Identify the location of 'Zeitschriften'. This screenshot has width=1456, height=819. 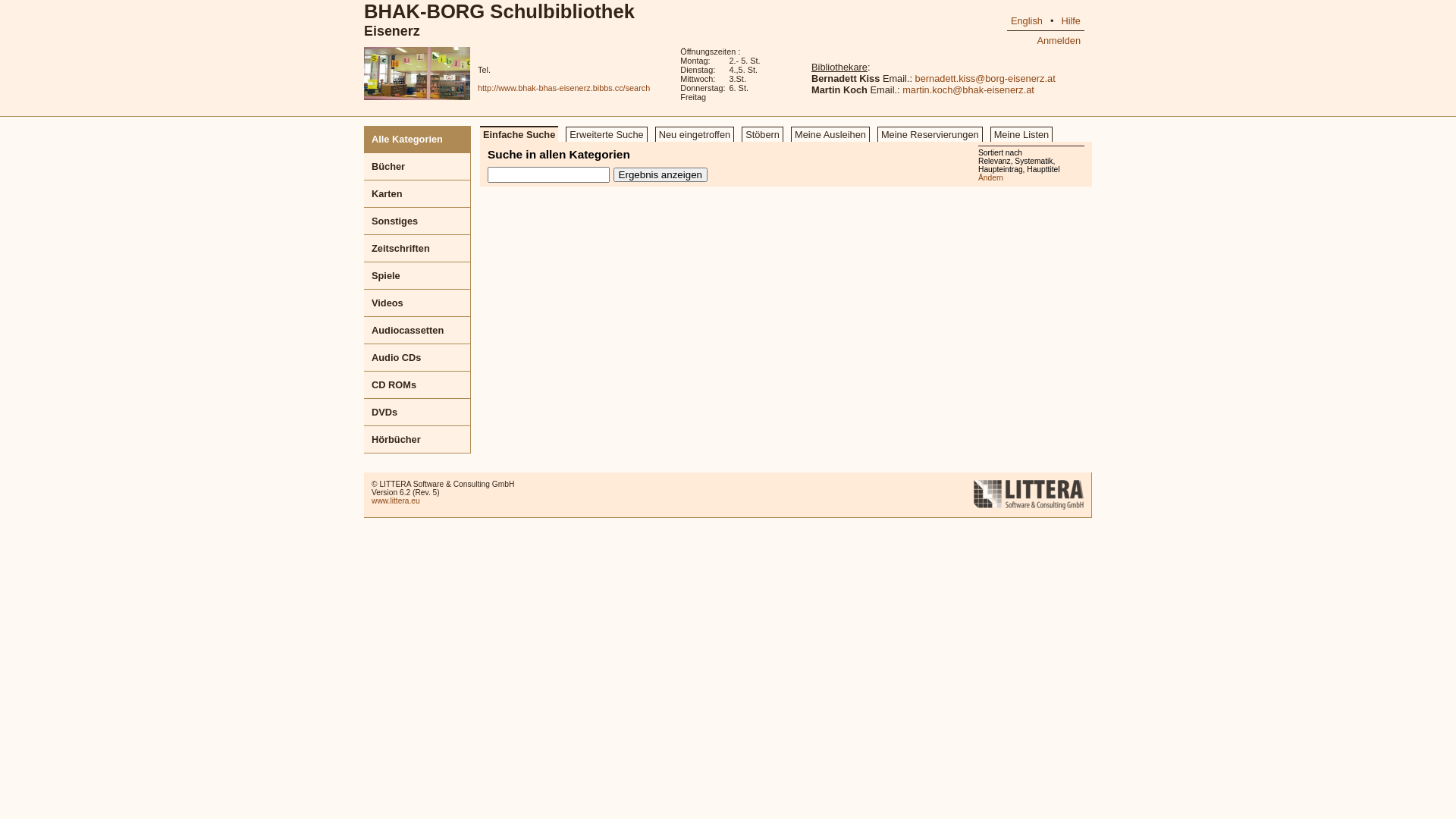
(417, 247).